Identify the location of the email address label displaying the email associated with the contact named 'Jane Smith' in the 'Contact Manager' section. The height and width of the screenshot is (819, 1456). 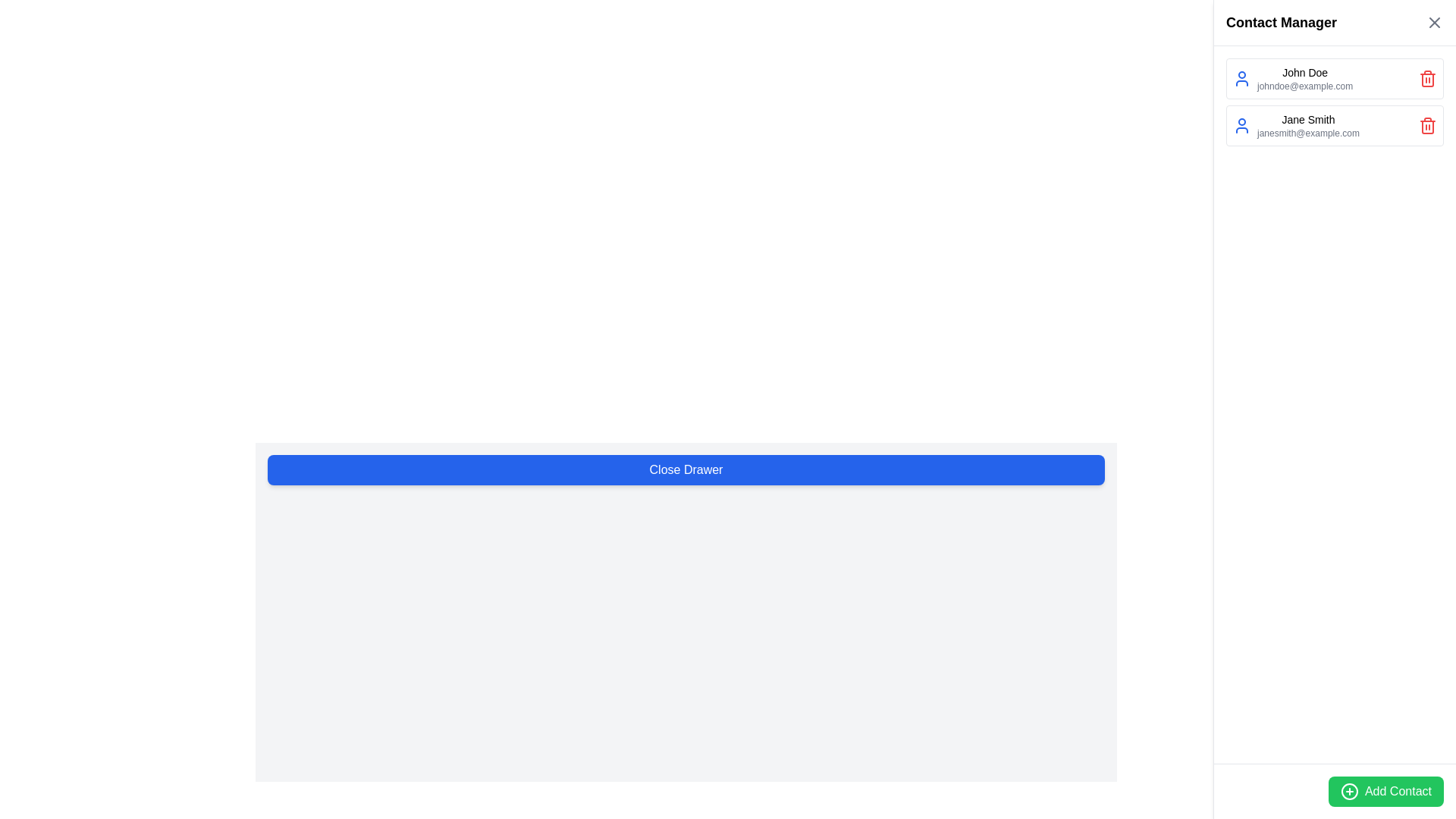
(1307, 133).